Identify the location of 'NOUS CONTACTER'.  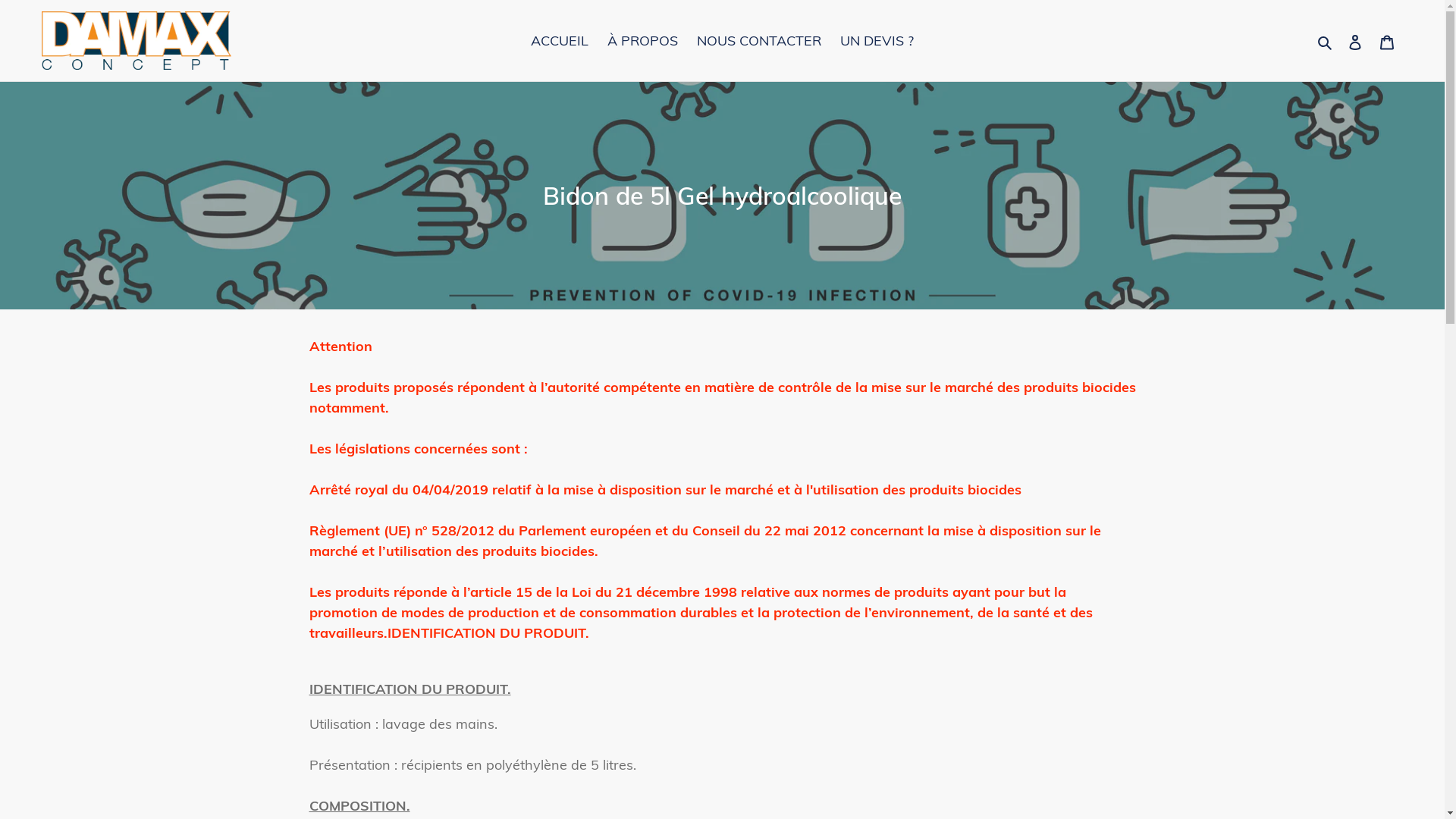
(759, 39).